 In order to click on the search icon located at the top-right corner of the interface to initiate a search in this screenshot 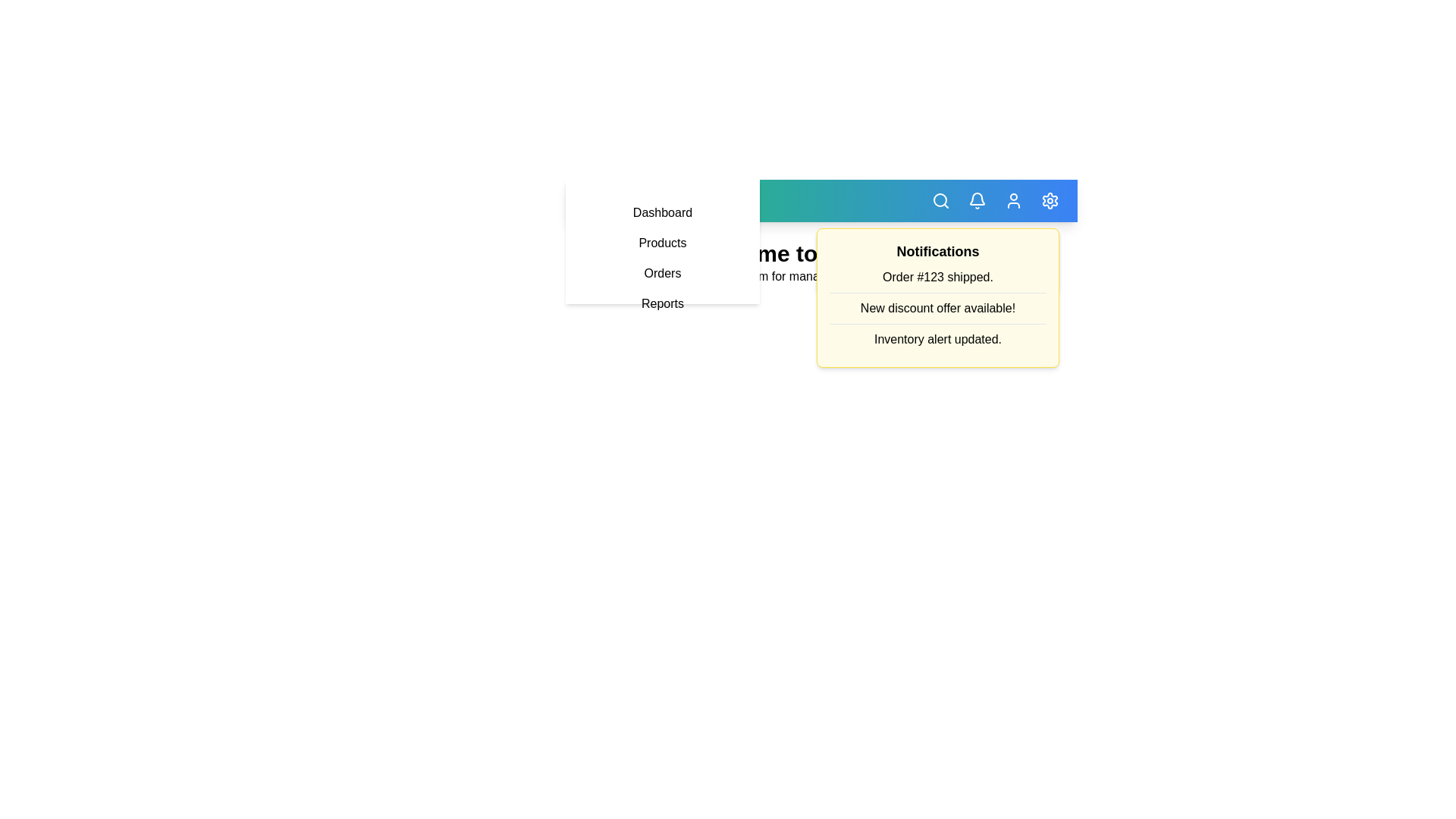, I will do `click(940, 200)`.